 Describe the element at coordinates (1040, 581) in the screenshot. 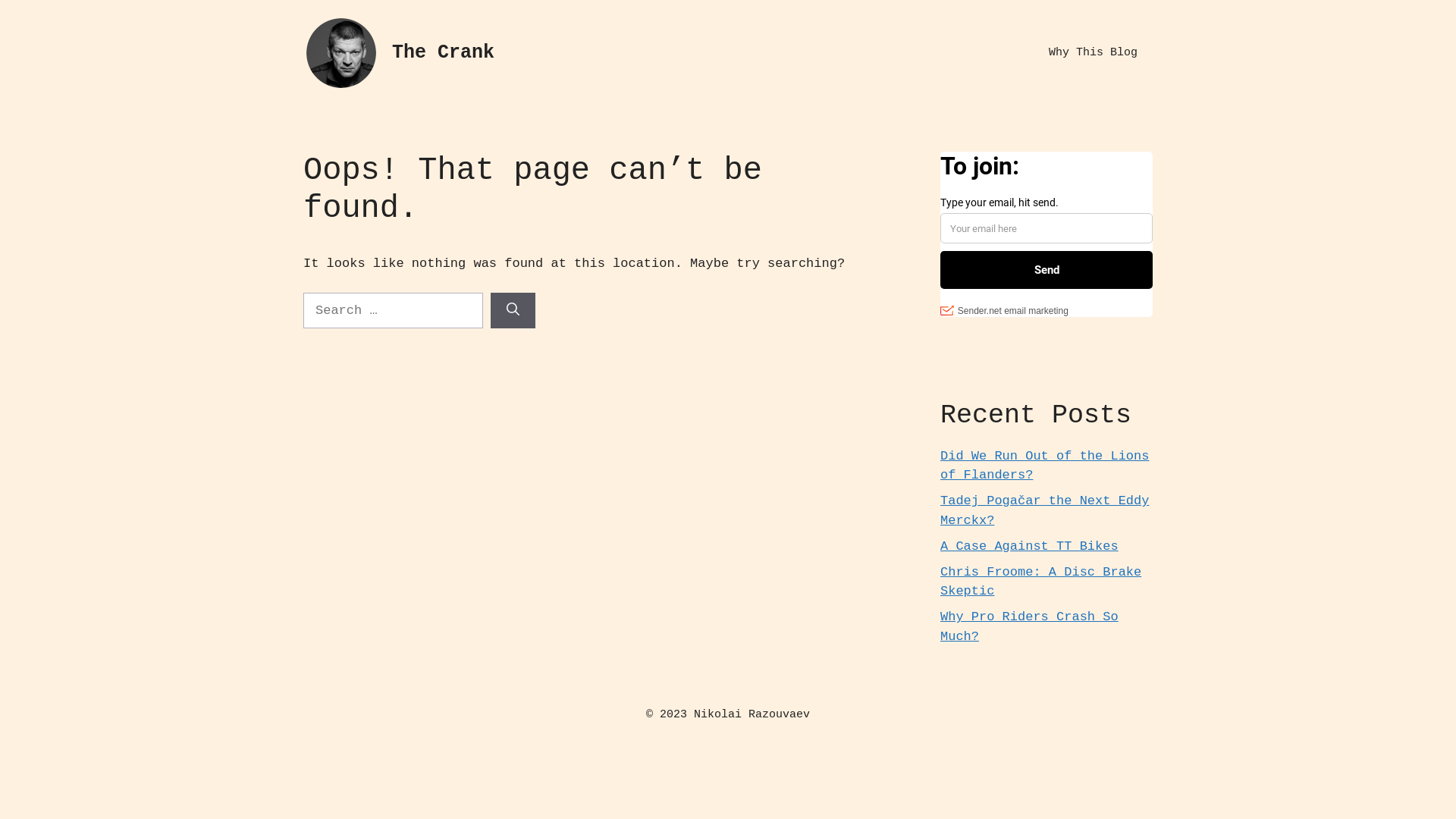

I see `'Chris Froome: A Disc Brake Skeptic'` at that location.